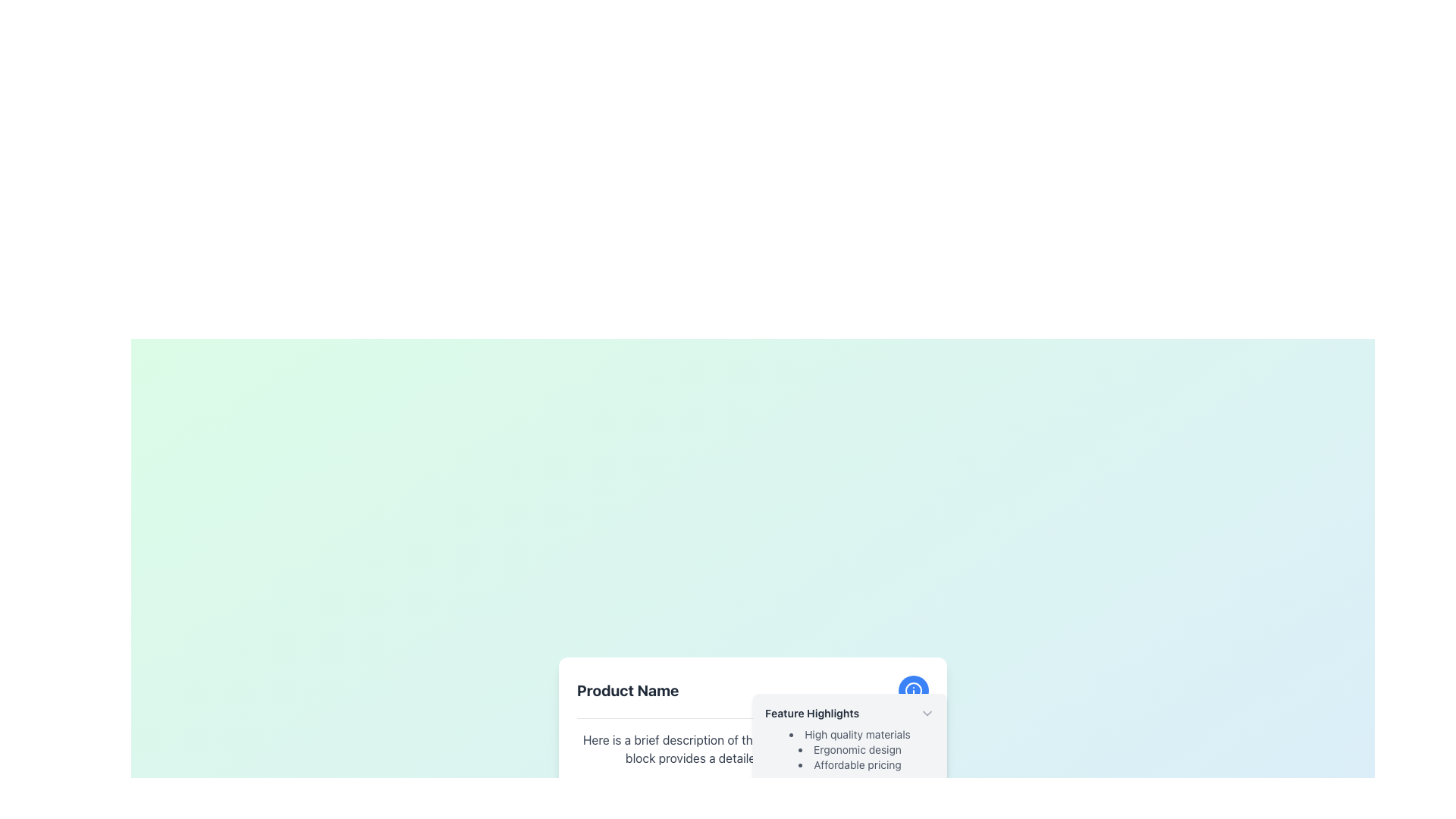  What do you see at coordinates (628, 690) in the screenshot?
I see `text displayed as 'Product Name' in bold style, located at the top left of the section above a descriptive text` at bounding box center [628, 690].